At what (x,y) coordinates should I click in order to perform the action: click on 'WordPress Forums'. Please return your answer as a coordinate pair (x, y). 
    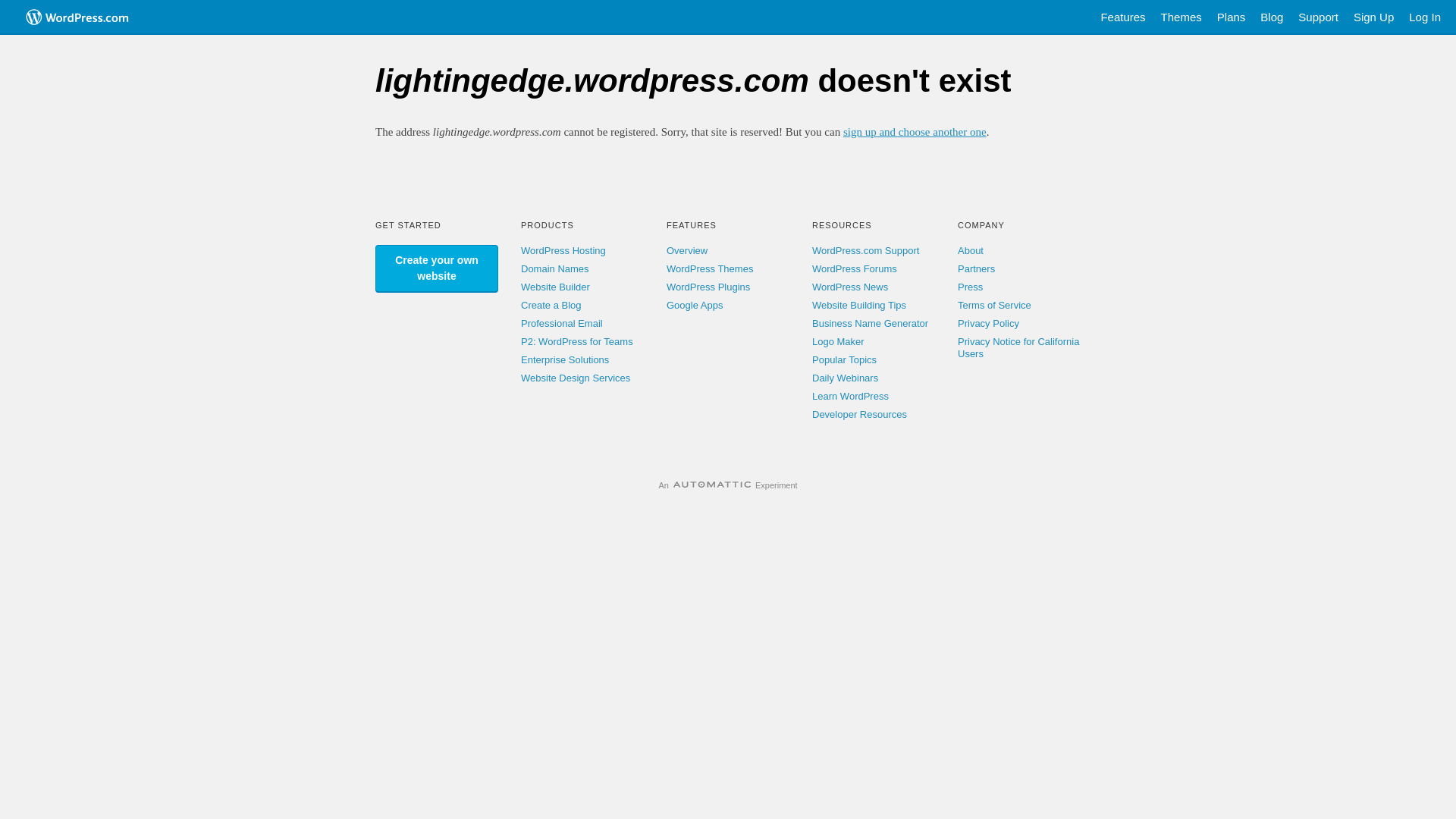
    Looking at the image, I should click on (855, 268).